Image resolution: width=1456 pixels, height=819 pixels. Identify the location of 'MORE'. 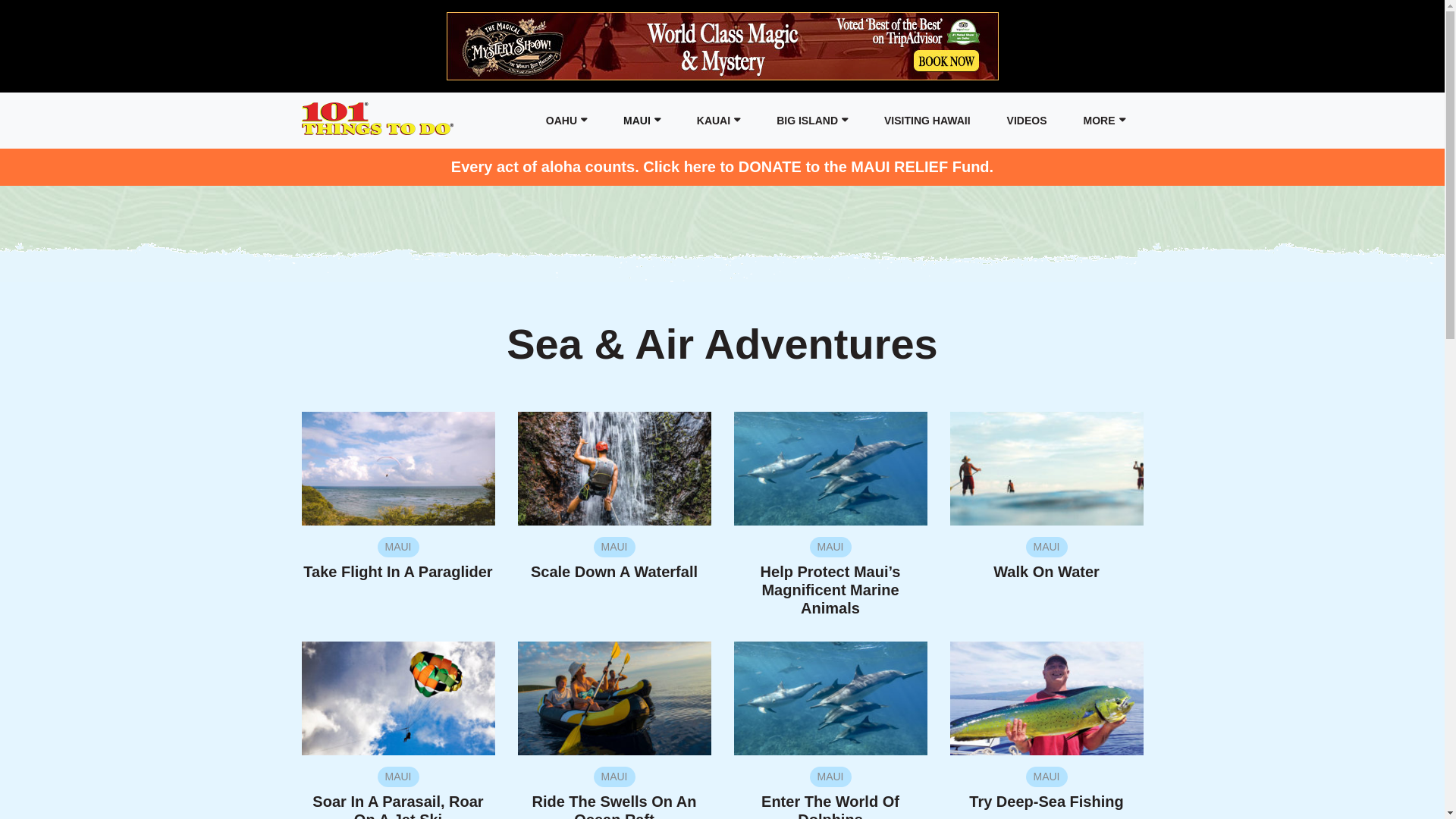
(1076, 119).